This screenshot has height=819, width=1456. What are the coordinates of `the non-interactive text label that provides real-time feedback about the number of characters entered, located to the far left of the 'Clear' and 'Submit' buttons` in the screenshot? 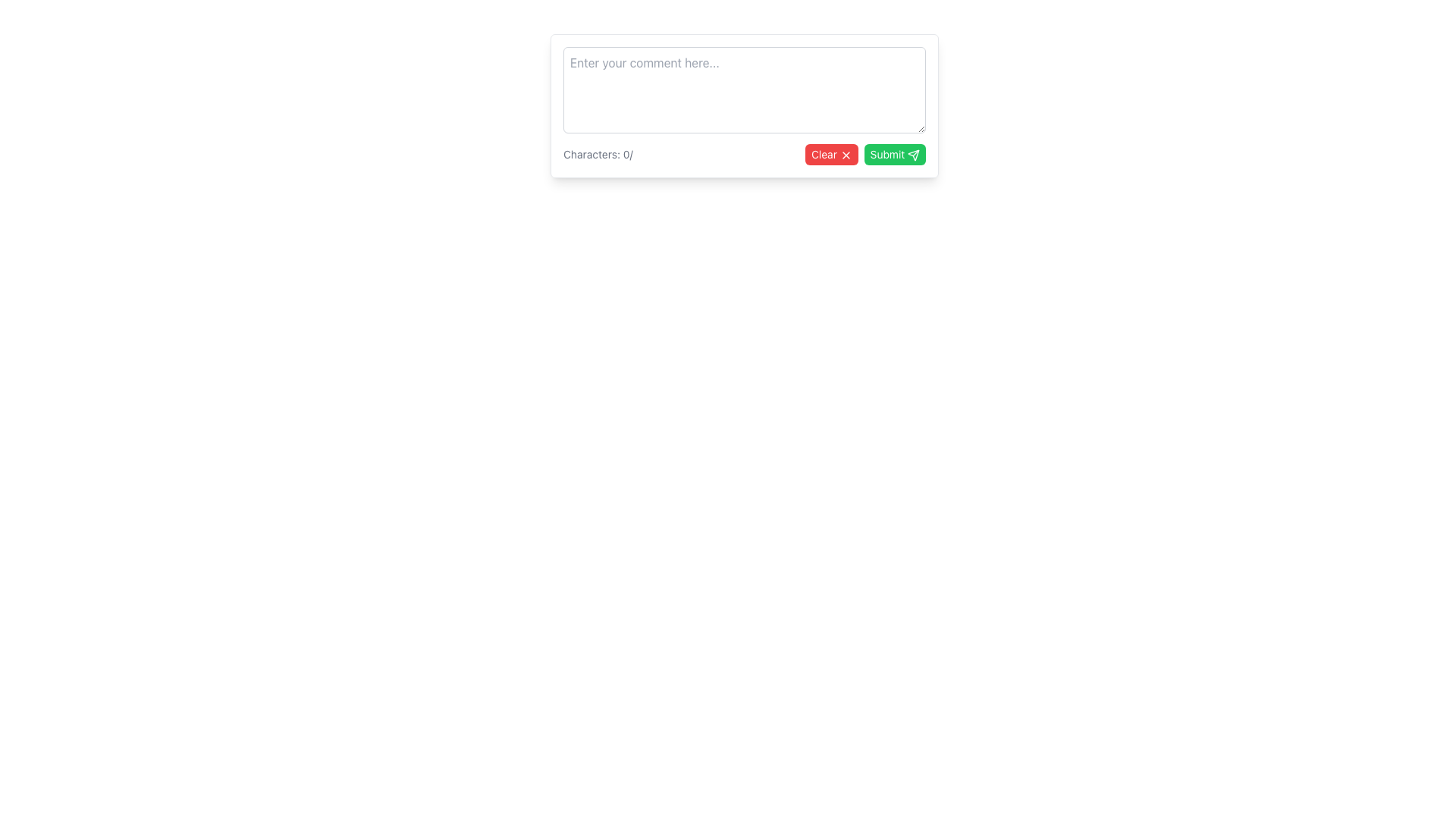 It's located at (597, 155).